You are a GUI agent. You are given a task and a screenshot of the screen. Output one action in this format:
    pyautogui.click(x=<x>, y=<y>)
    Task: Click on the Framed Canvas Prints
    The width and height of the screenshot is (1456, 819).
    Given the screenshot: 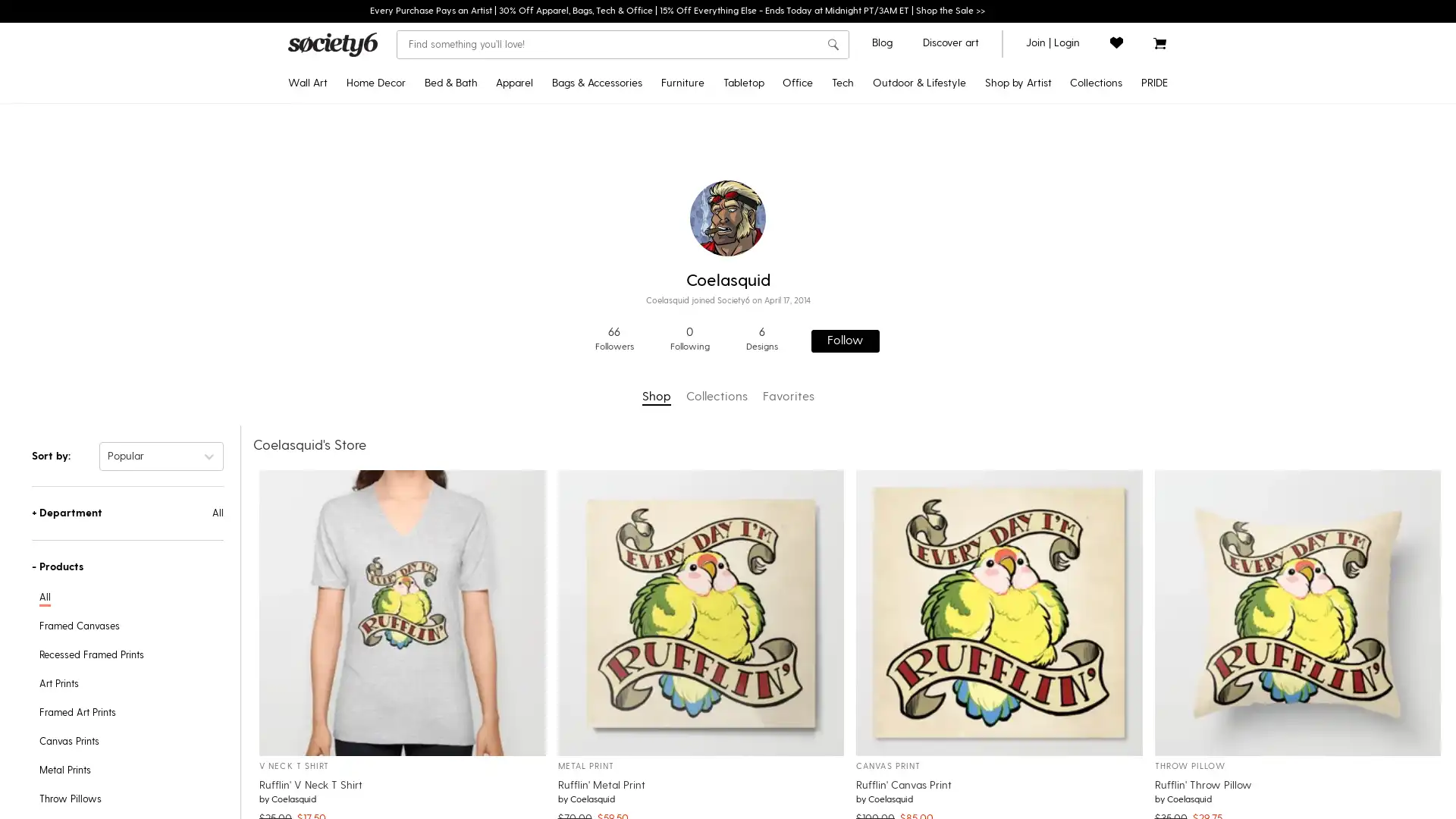 What is the action you would take?
    pyautogui.click(x=356, y=219)
    